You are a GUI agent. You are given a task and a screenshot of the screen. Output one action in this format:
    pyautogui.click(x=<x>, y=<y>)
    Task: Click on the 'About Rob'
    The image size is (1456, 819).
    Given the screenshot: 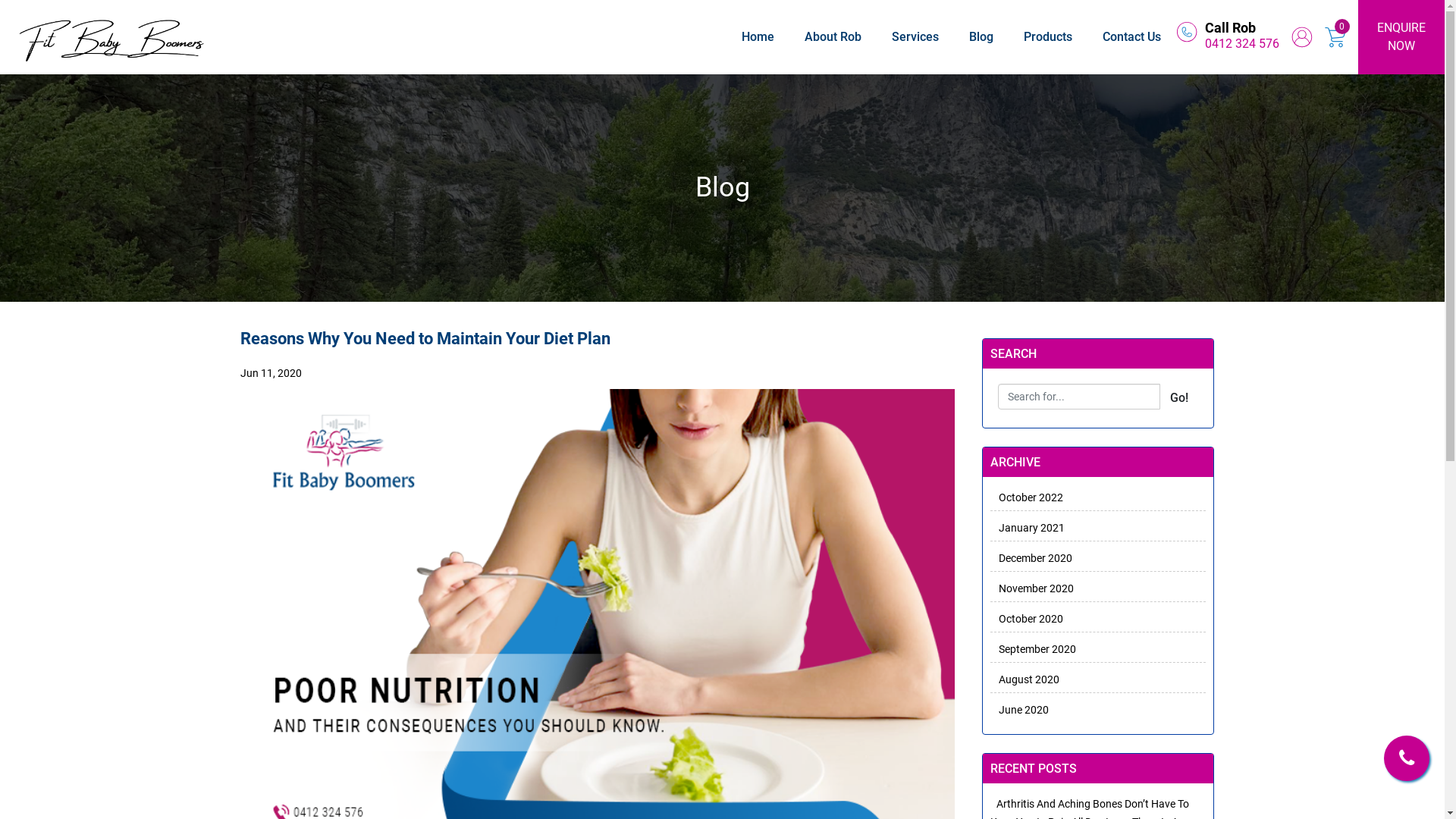 What is the action you would take?
    pyautogui.click(x=803, y=36)
    